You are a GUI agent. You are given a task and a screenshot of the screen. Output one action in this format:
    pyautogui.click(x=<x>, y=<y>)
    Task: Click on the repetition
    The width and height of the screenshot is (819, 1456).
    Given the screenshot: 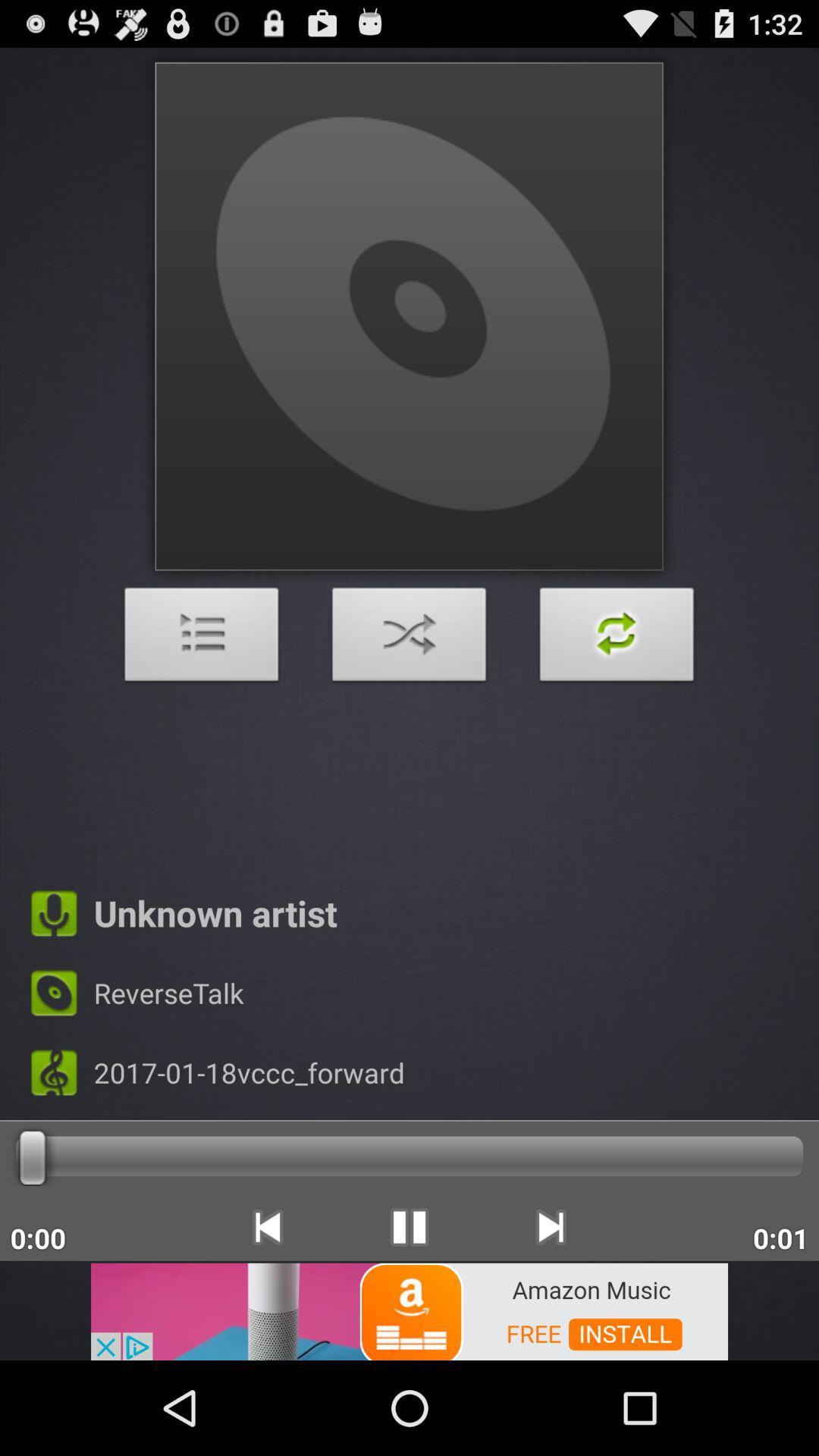 What is the action you would take?
    pyautogui.click(x=617, y=639)
    